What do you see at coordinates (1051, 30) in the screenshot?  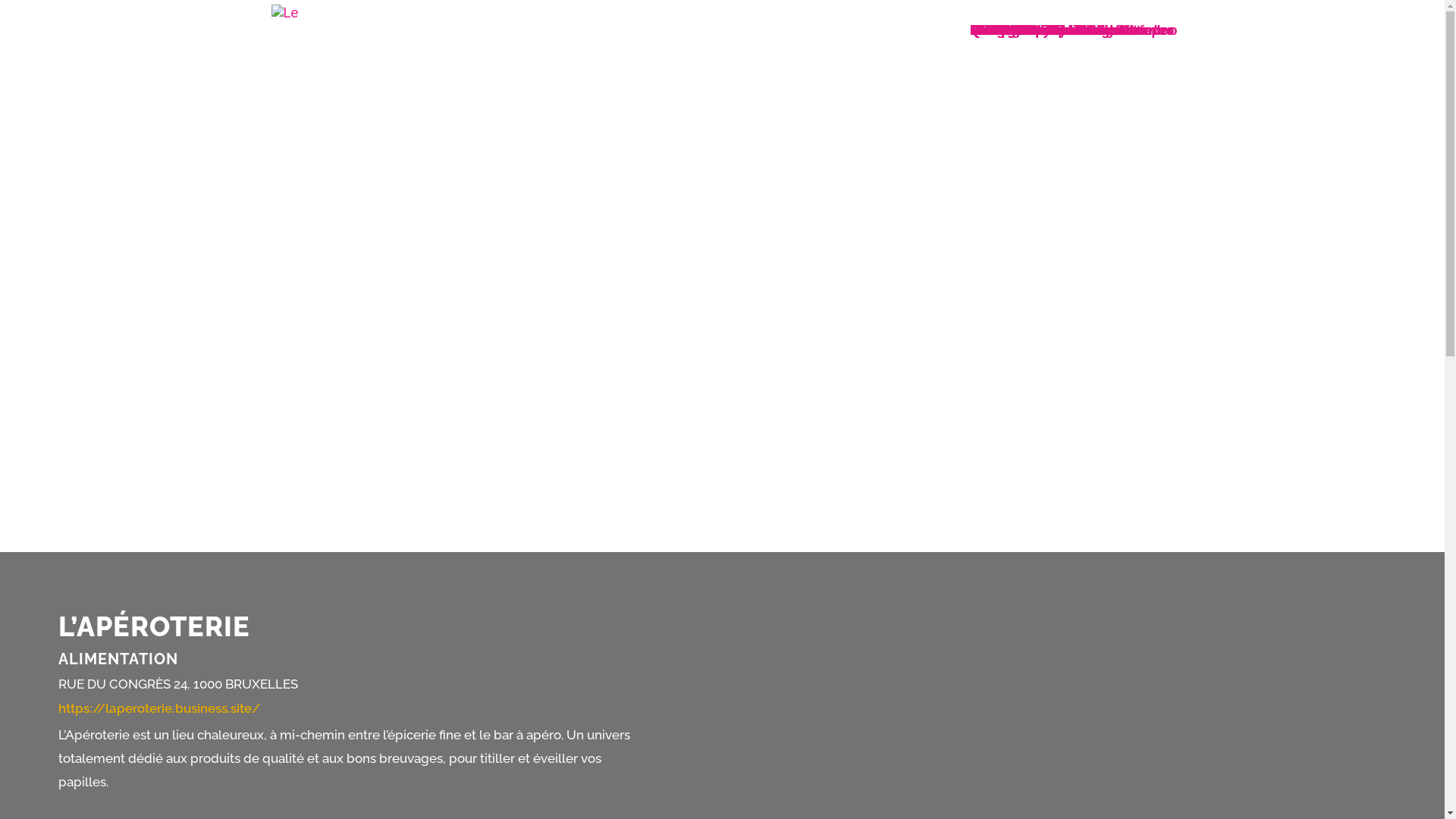 I see `'Sainte-Catherine - Vismet'` at bounding box center [1051, 30].